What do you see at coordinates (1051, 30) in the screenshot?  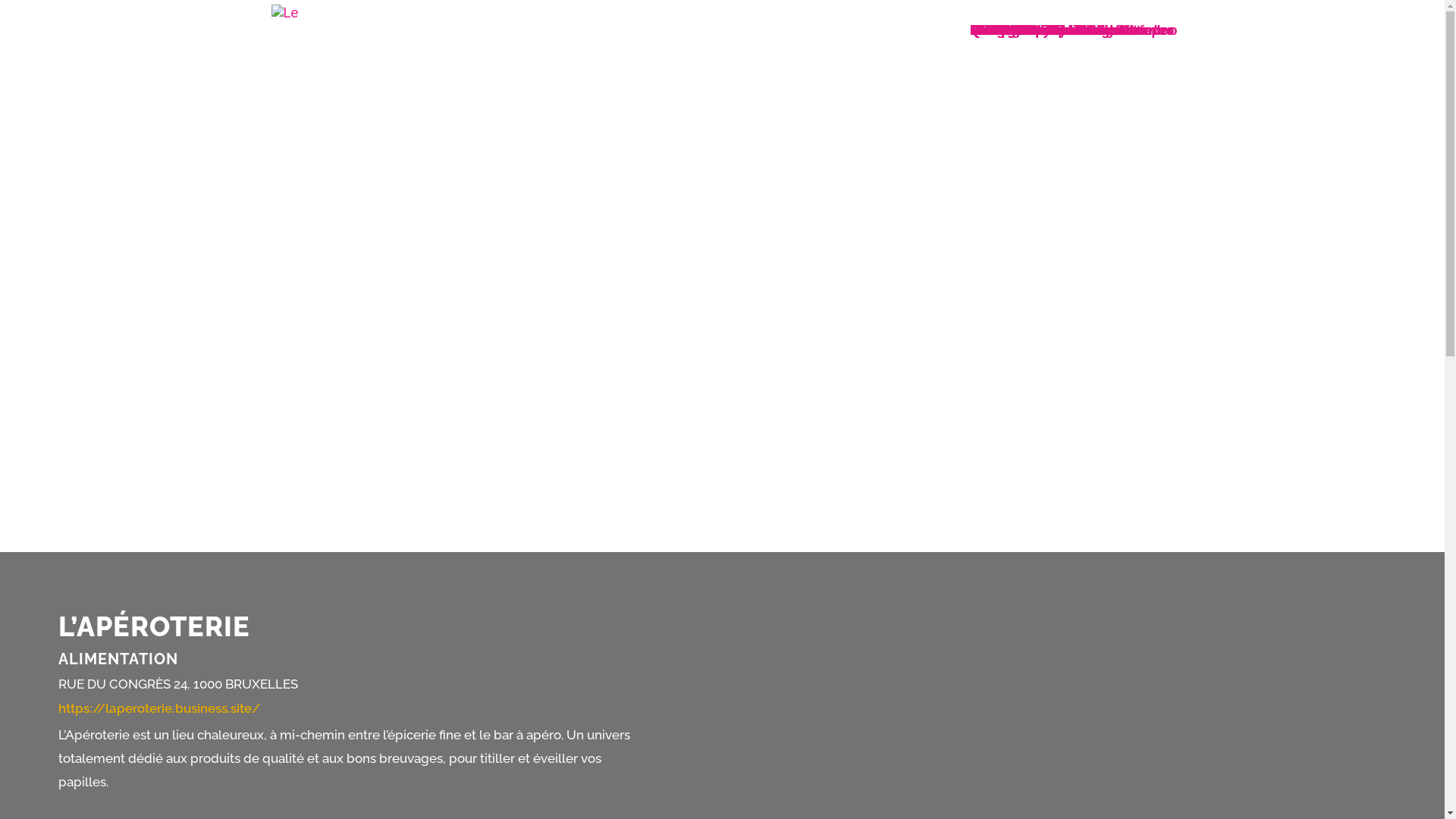 I see `'Sainte-Catherine - Vismet'` at bounding box center [1051, 30].